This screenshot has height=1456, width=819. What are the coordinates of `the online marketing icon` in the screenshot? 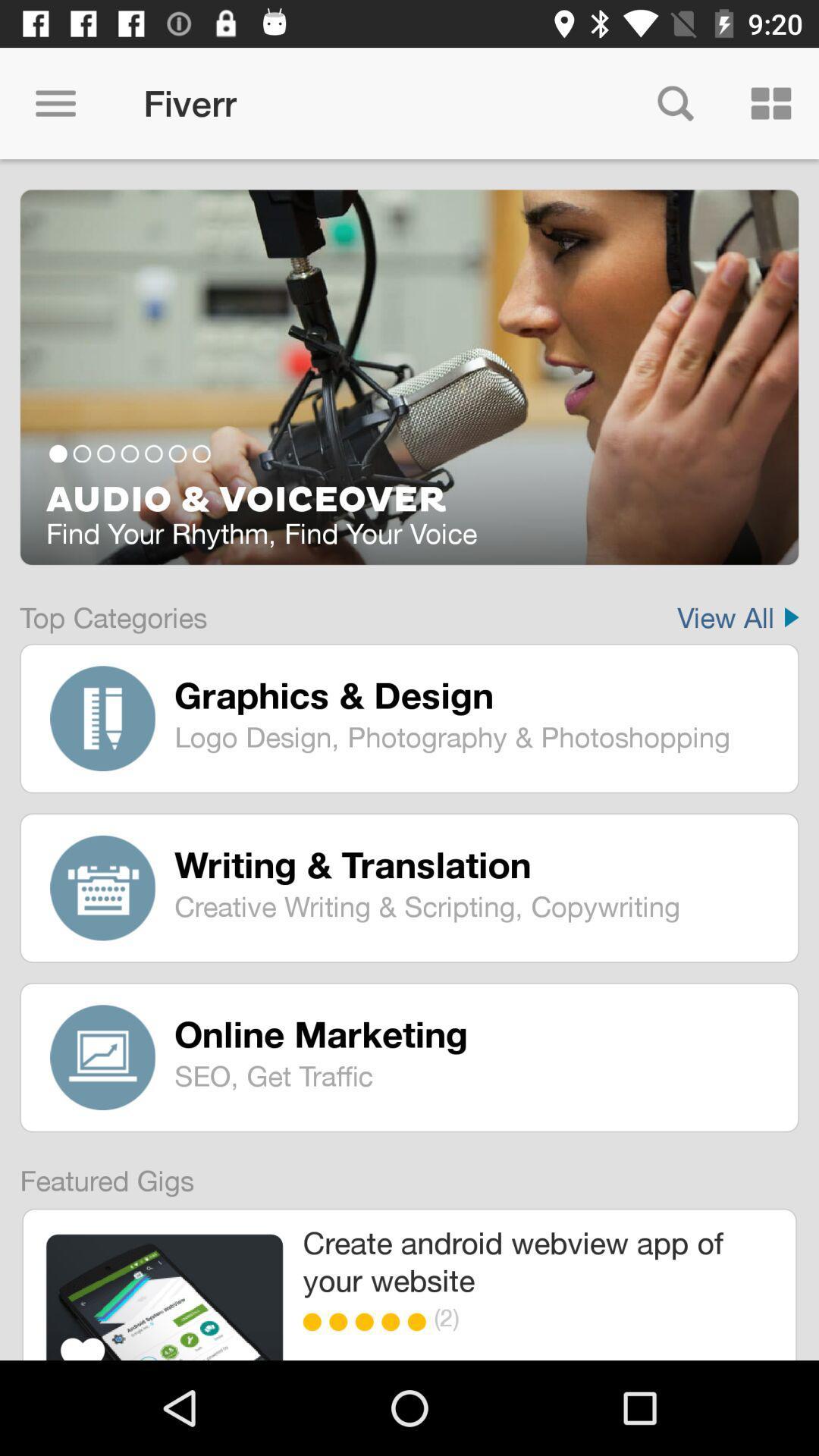 It's located at (475, 1033).